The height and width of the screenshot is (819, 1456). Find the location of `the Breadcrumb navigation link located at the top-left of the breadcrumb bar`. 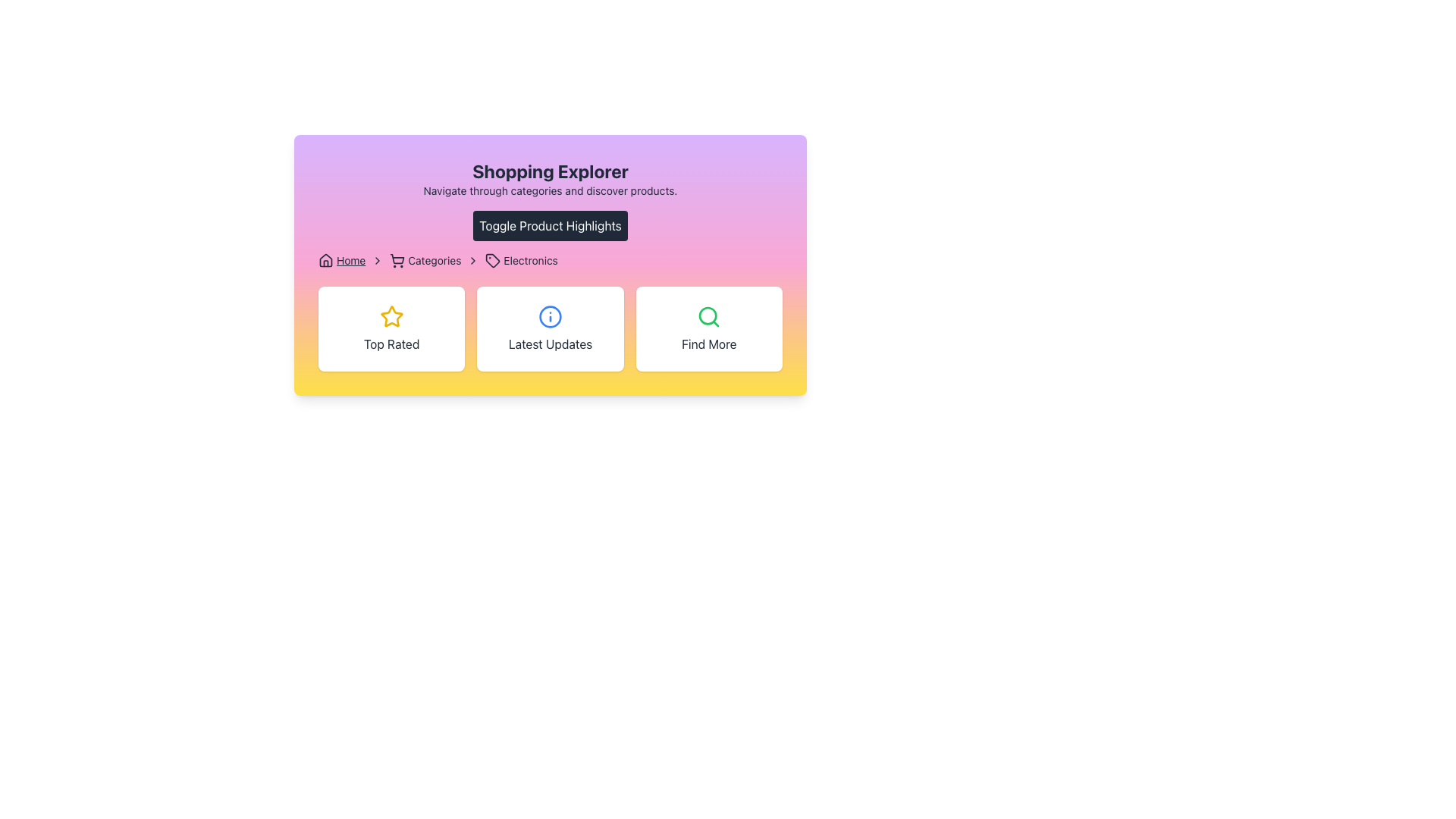

the Breadcrumb navigation link located at the top-left of the breadcrumb bar is located at coordinates (341, 259).